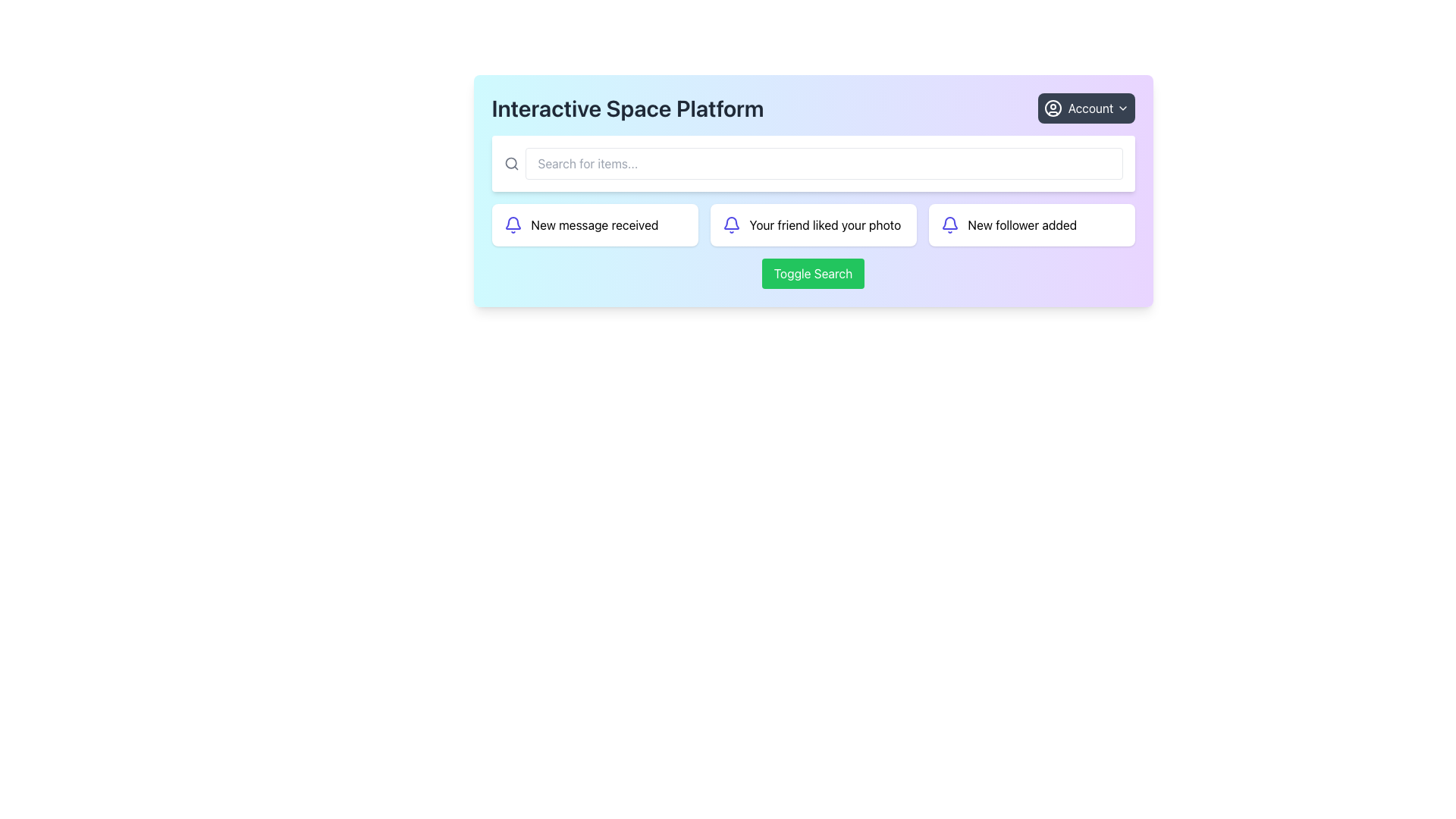 This screenshot has height=819, width=1456. I want to click on notification message from the Notification card, which has a blue notification bell icon on the left and the text 'New message received' in black to the right, so click(594, 225).